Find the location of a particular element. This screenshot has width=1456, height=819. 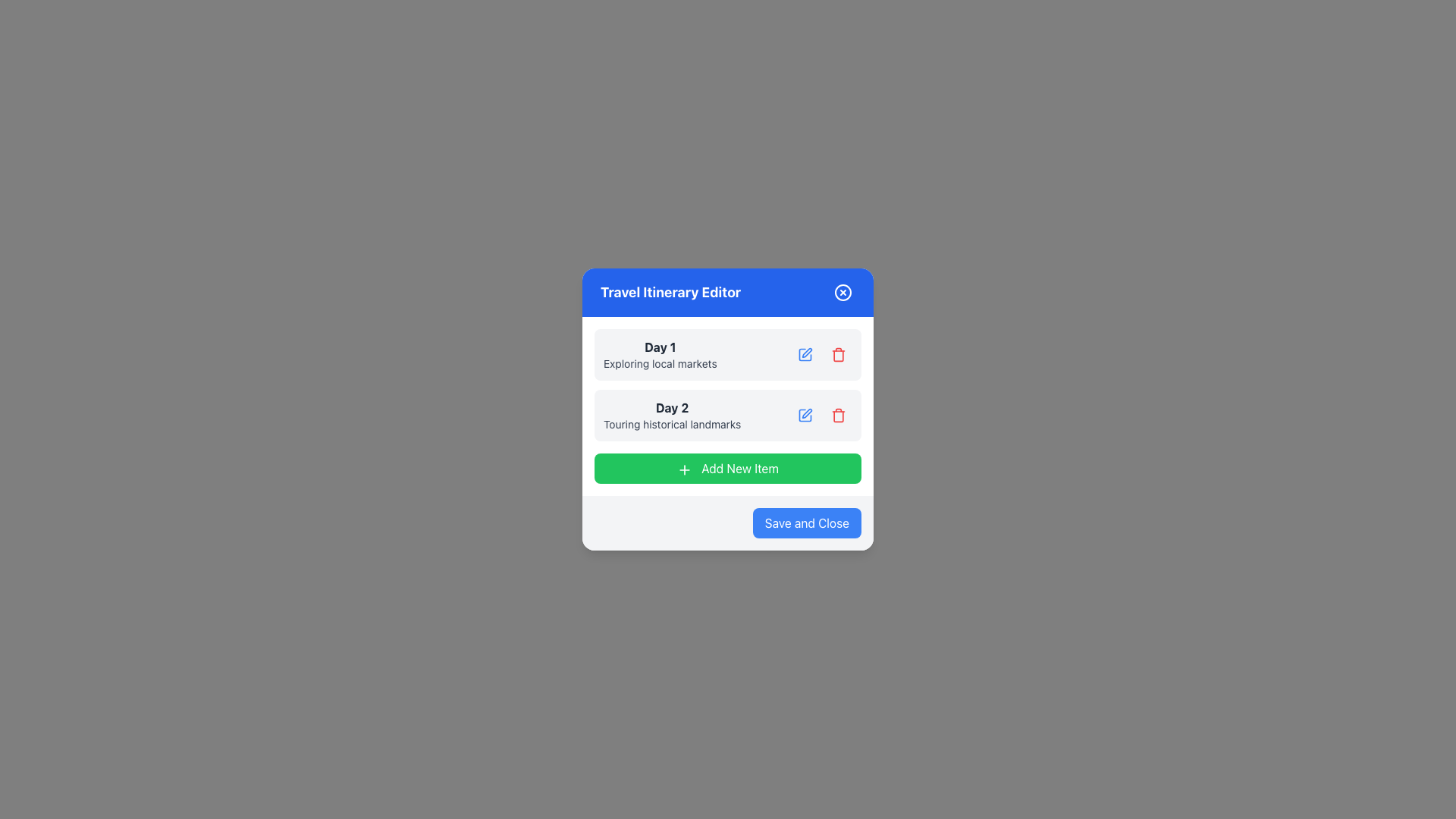

the 'Delete' button for 'Day 1' is located at coordinates (837, 354).